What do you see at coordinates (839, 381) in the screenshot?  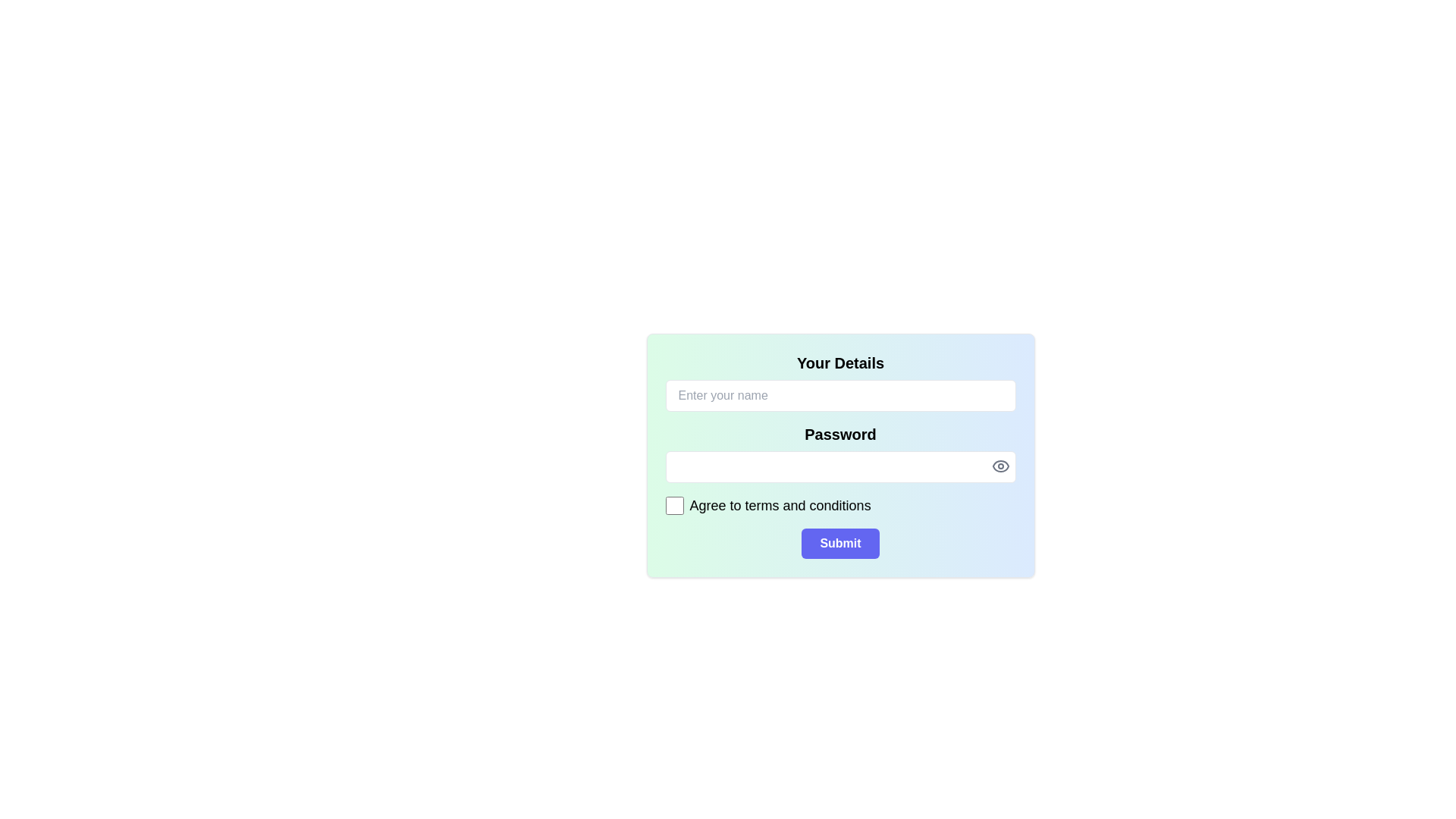 I see `the text input field labeled 'Enter your name' to focus on it` at bounding box center [839, 381].